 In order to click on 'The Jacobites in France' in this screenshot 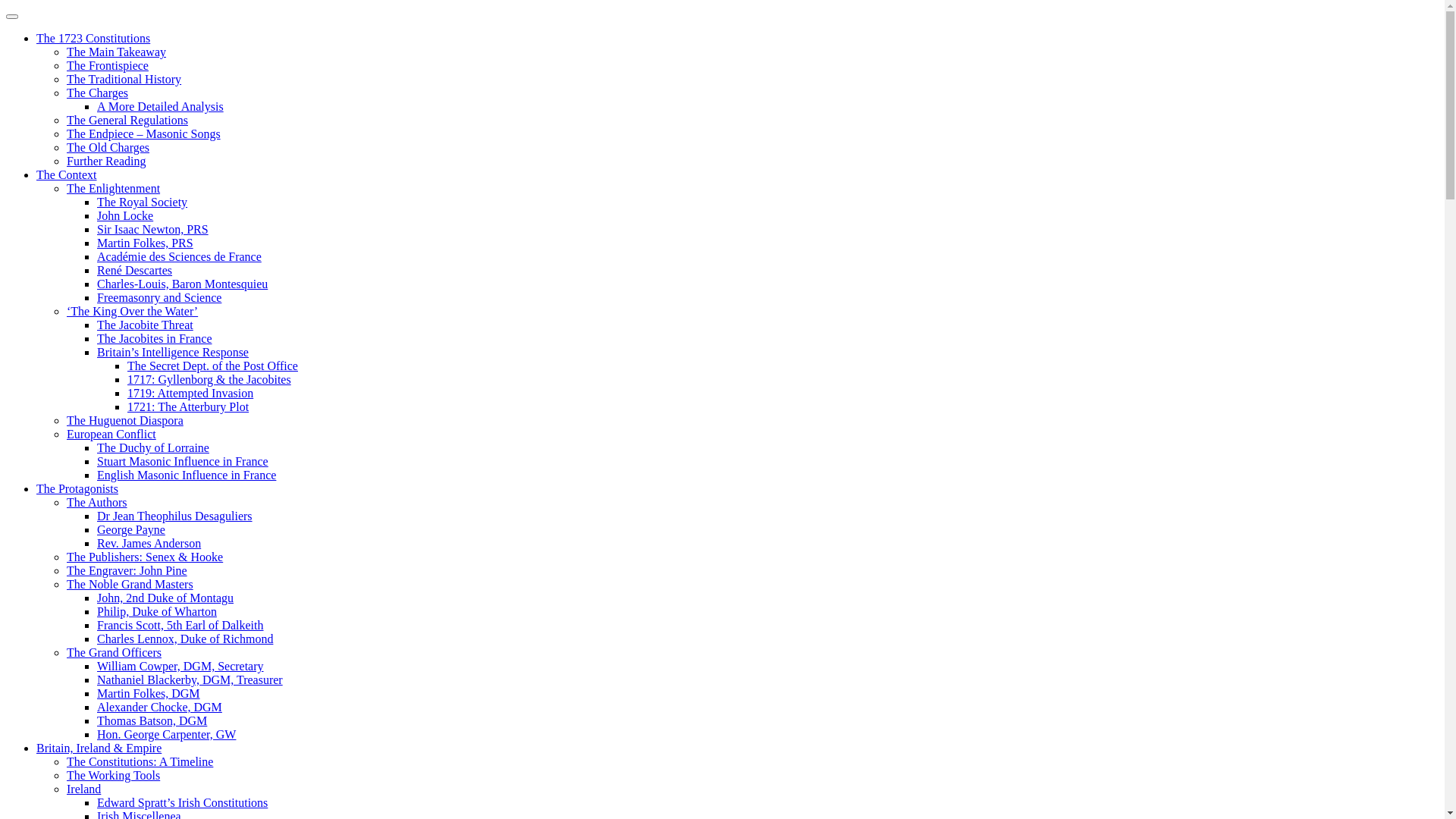, I will do `click(155, 337)`.